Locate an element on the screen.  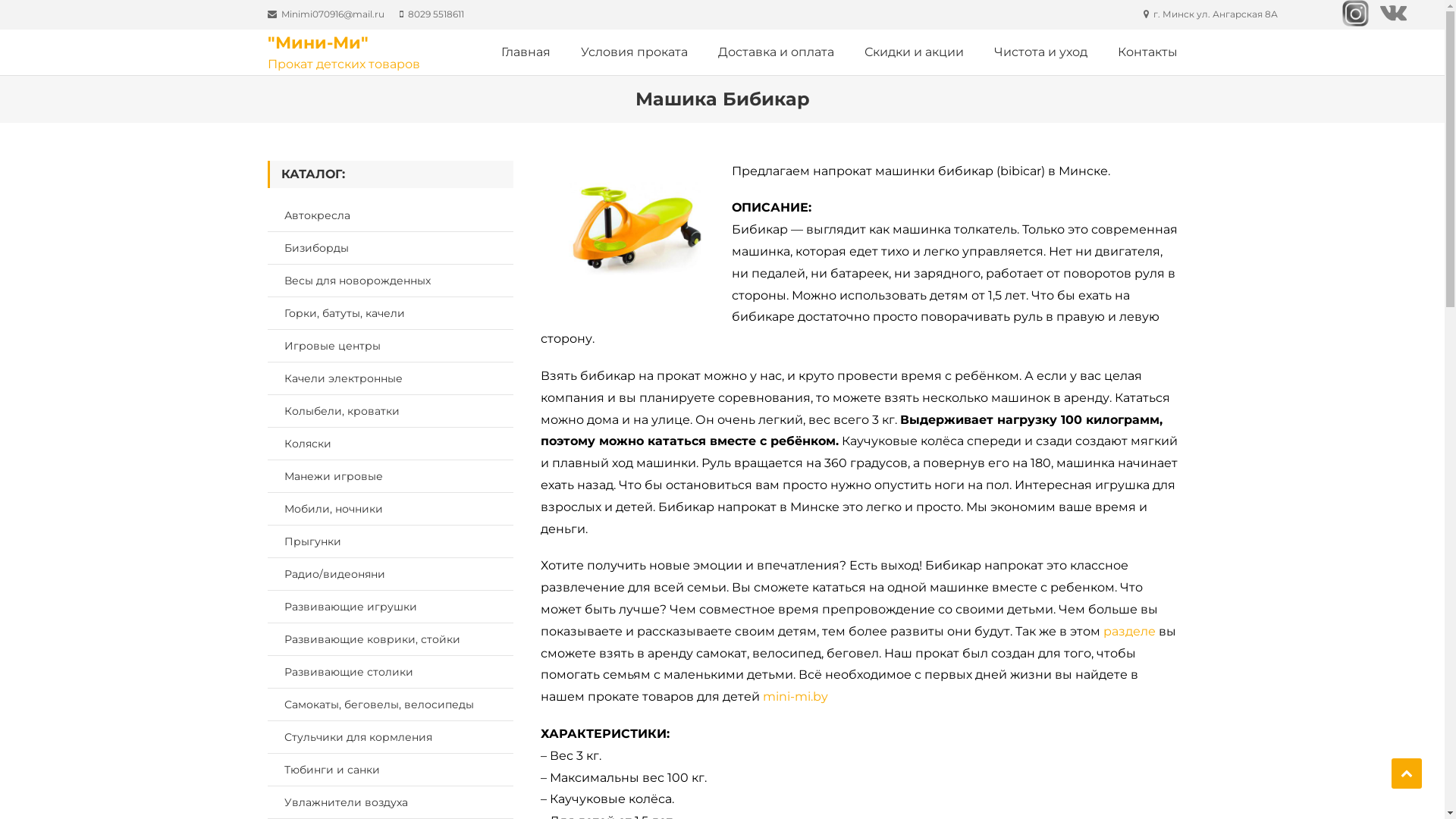
'mini-mi.by' is located at coordinates (763, 696).